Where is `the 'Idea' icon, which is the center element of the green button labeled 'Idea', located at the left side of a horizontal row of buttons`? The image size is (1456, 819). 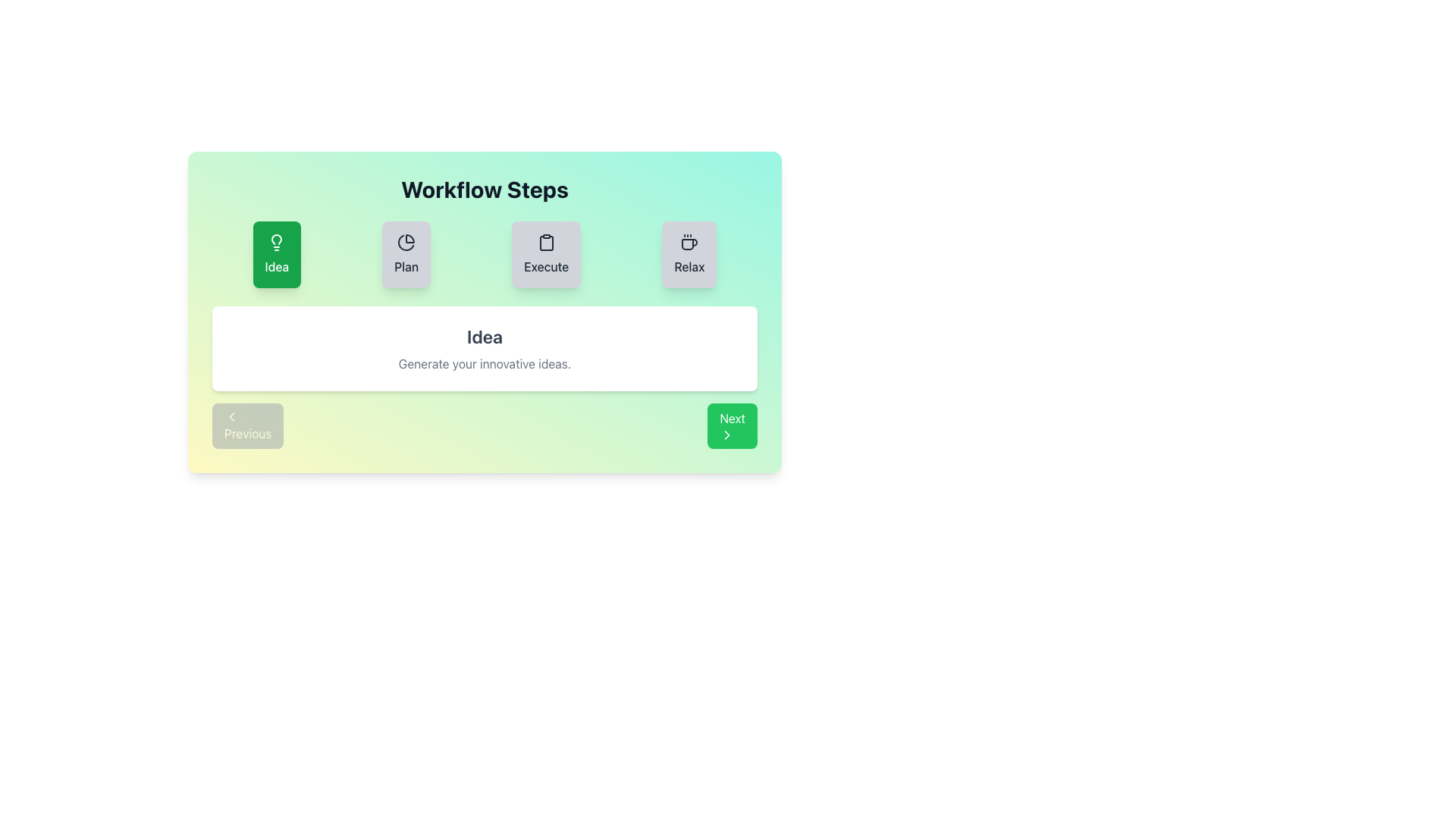
the 'Idea' icon, which is the center element of the green button labeled 'Idea', located at the left side of a horizontal row of buttons is located at coordinates (277, 242).